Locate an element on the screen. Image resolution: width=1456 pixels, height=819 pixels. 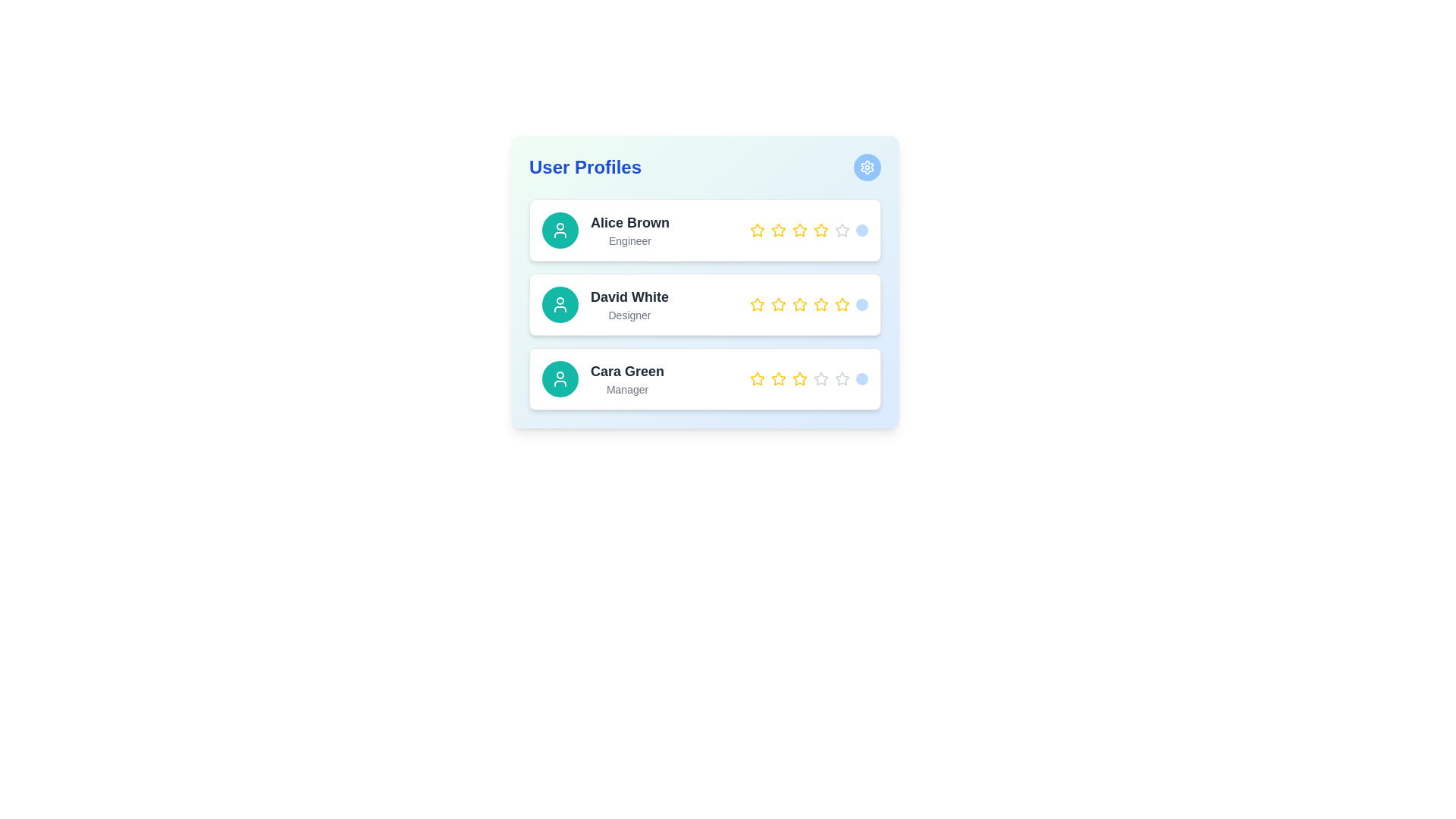
the gear icon representing settings, located at the top-right corner of the 'User Profiles' card, to trigger its functionalities is located at coordinates (867, 167).